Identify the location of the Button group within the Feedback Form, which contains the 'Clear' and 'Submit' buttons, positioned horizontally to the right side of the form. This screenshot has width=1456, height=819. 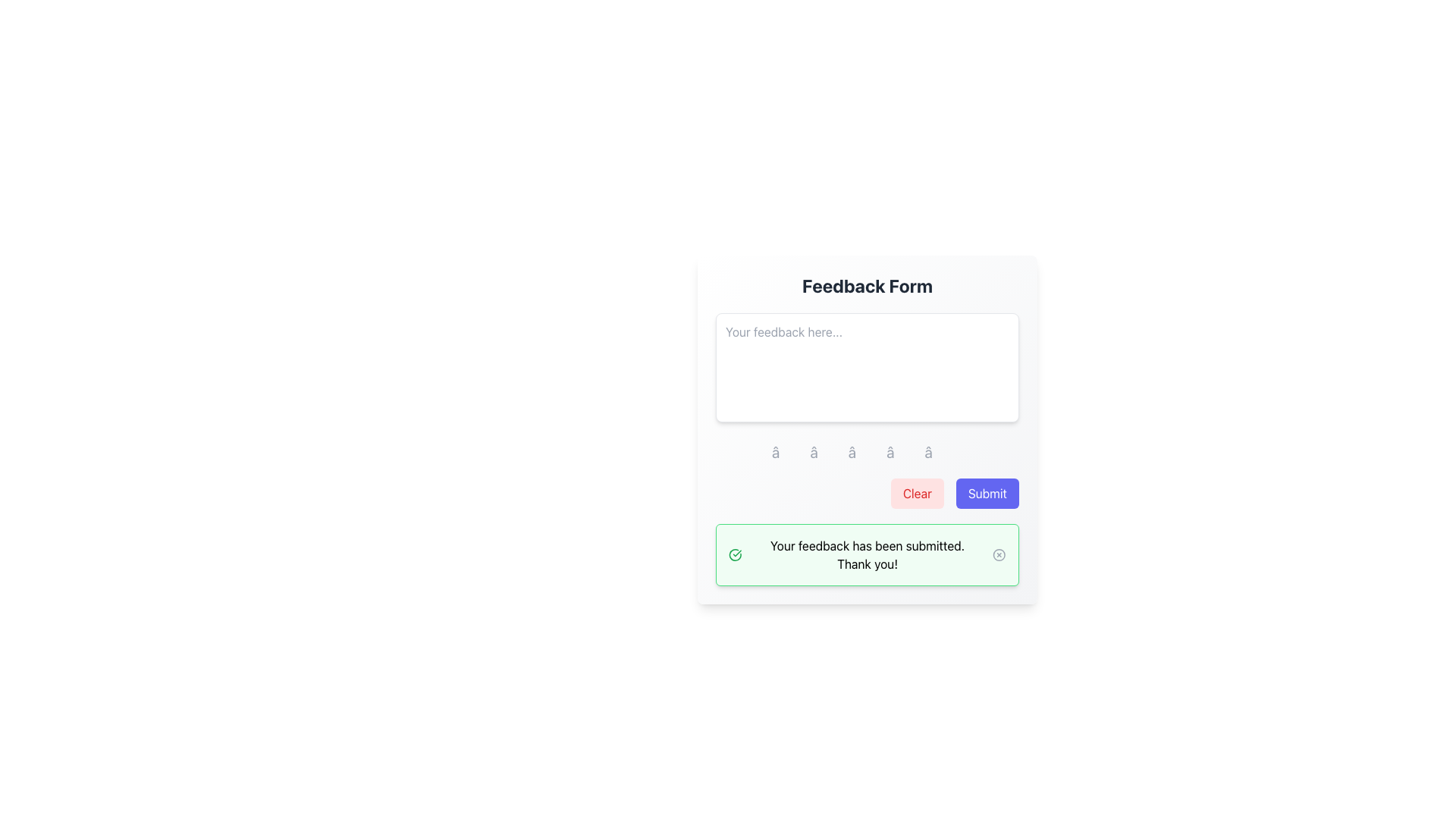
(867, 494).